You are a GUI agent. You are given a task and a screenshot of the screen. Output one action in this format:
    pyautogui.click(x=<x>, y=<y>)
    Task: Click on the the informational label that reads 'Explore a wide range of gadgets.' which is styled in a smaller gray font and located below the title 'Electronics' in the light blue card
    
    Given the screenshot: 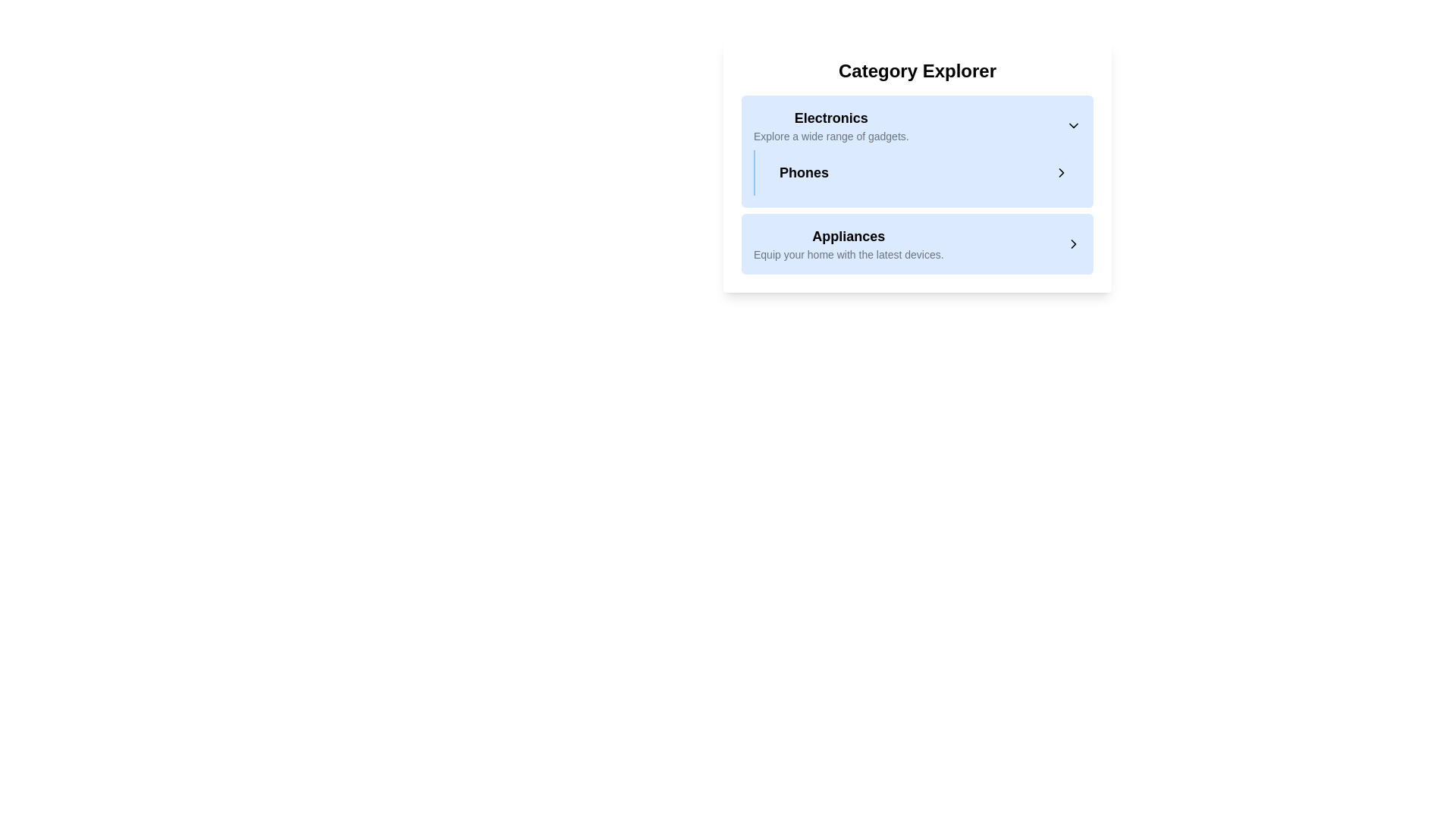 What is the action you would take?
    pyautogui.click(x=830, y=136)
    